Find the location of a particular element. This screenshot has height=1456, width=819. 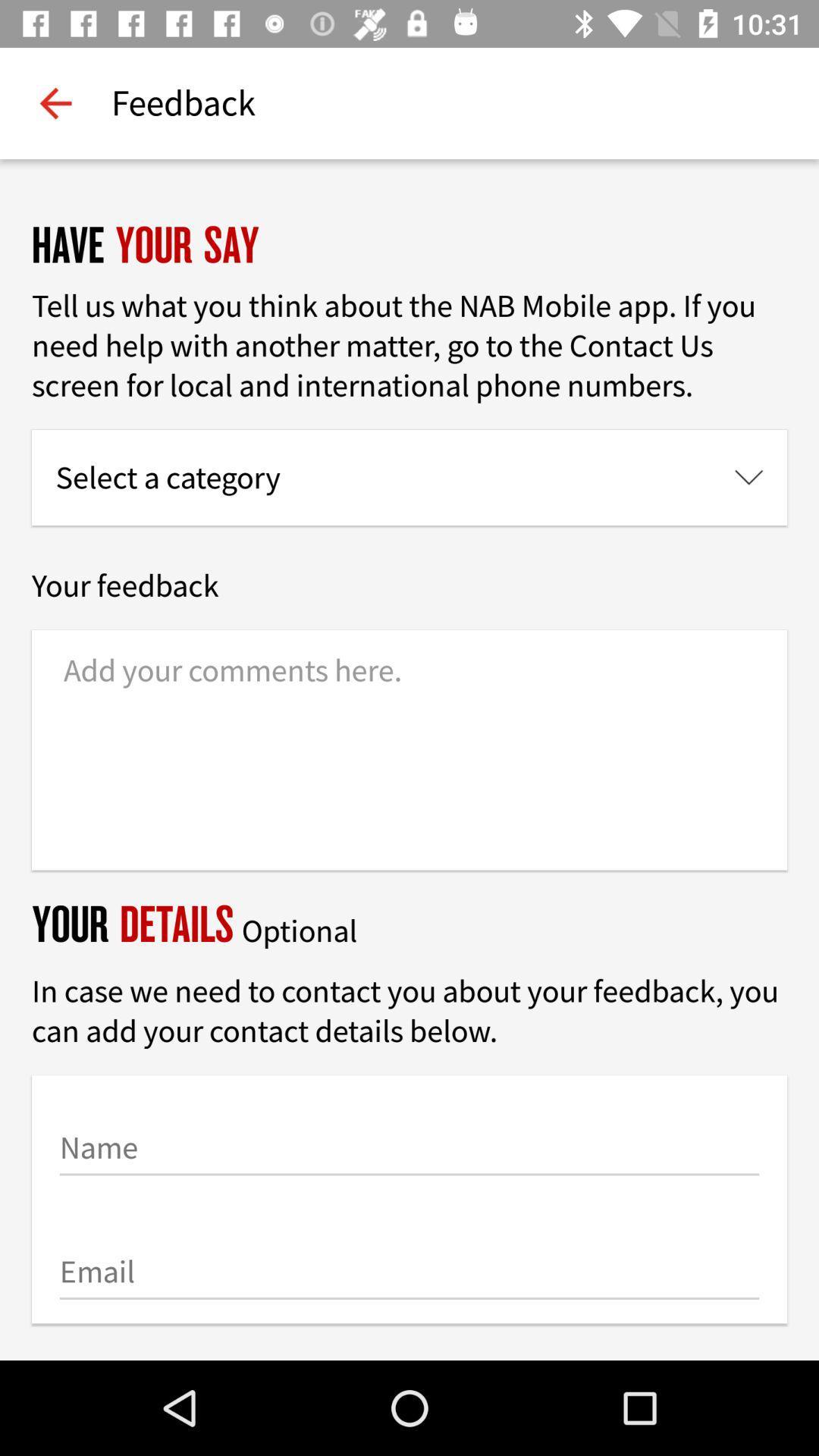

write your comments is located at coordinates (409, 750).